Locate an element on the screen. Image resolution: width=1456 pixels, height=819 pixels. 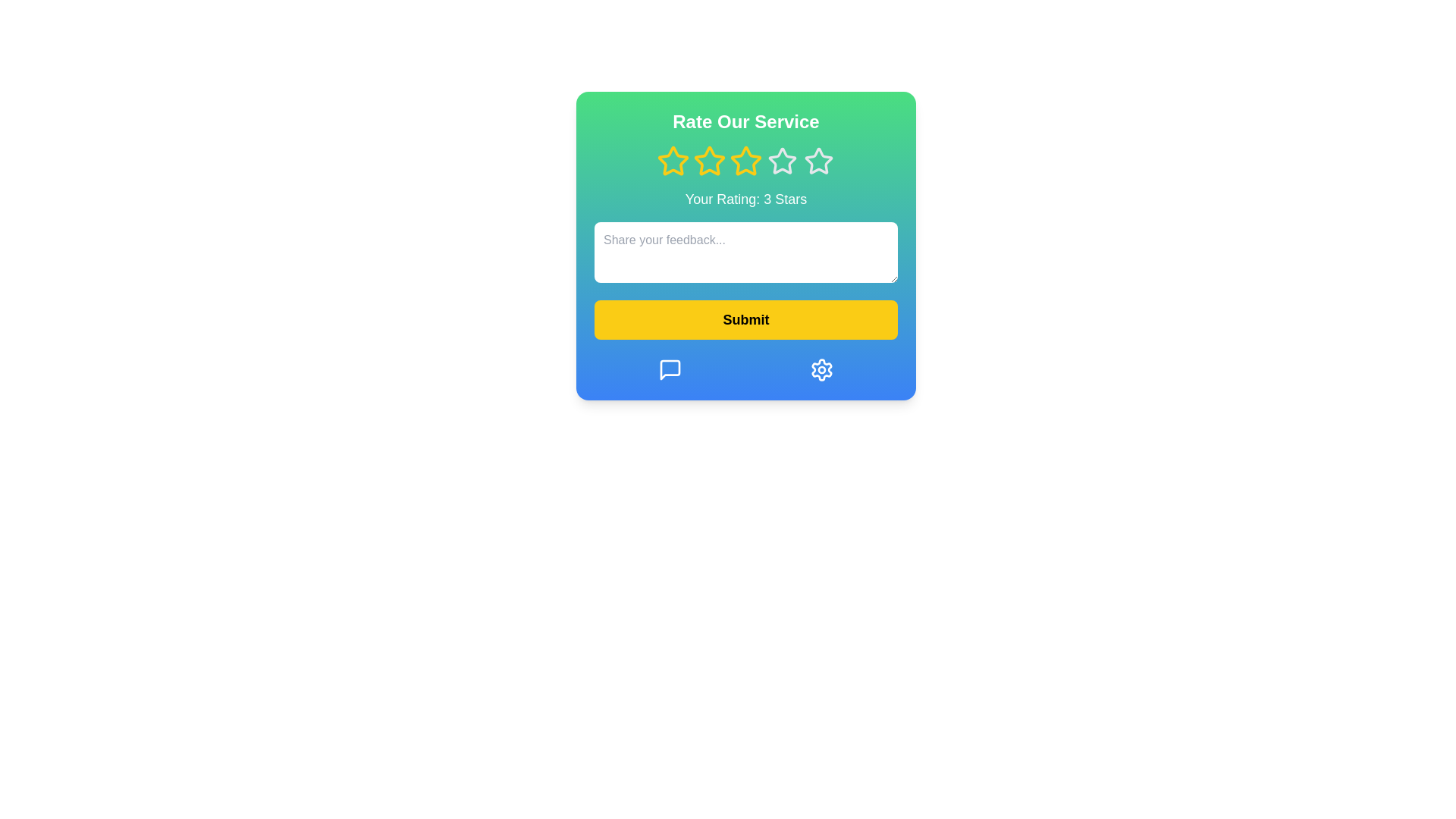
the TextLabel that displays the current user rating, which is located immediately below the star rating row and is horizontally centered within the card is located at coordinates (745, 198).